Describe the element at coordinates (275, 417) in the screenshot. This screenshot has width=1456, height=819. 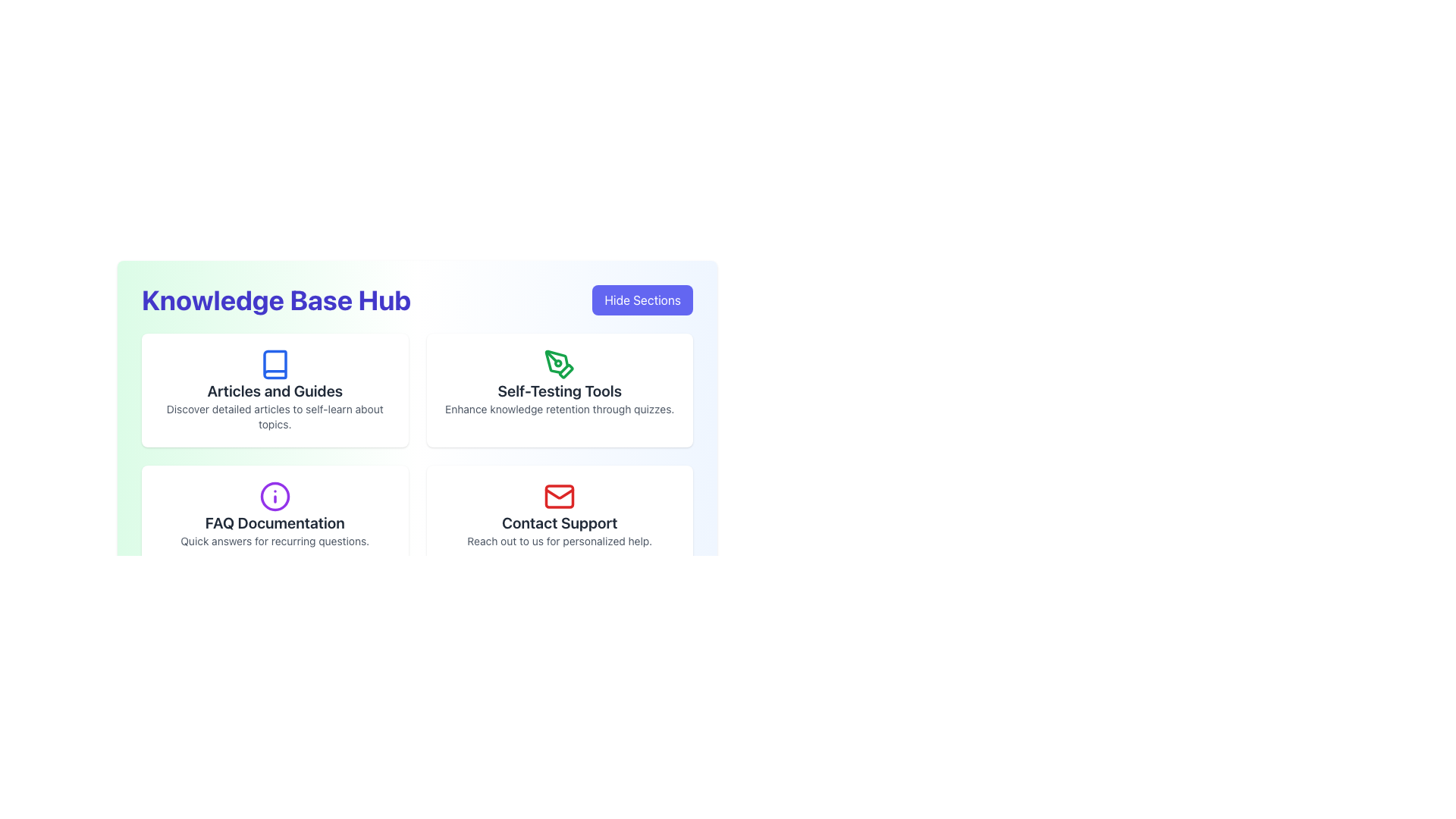
I see `the static text element located below the 'Articles and Guides' header, which provides a description of the resources available in that section` at that location.